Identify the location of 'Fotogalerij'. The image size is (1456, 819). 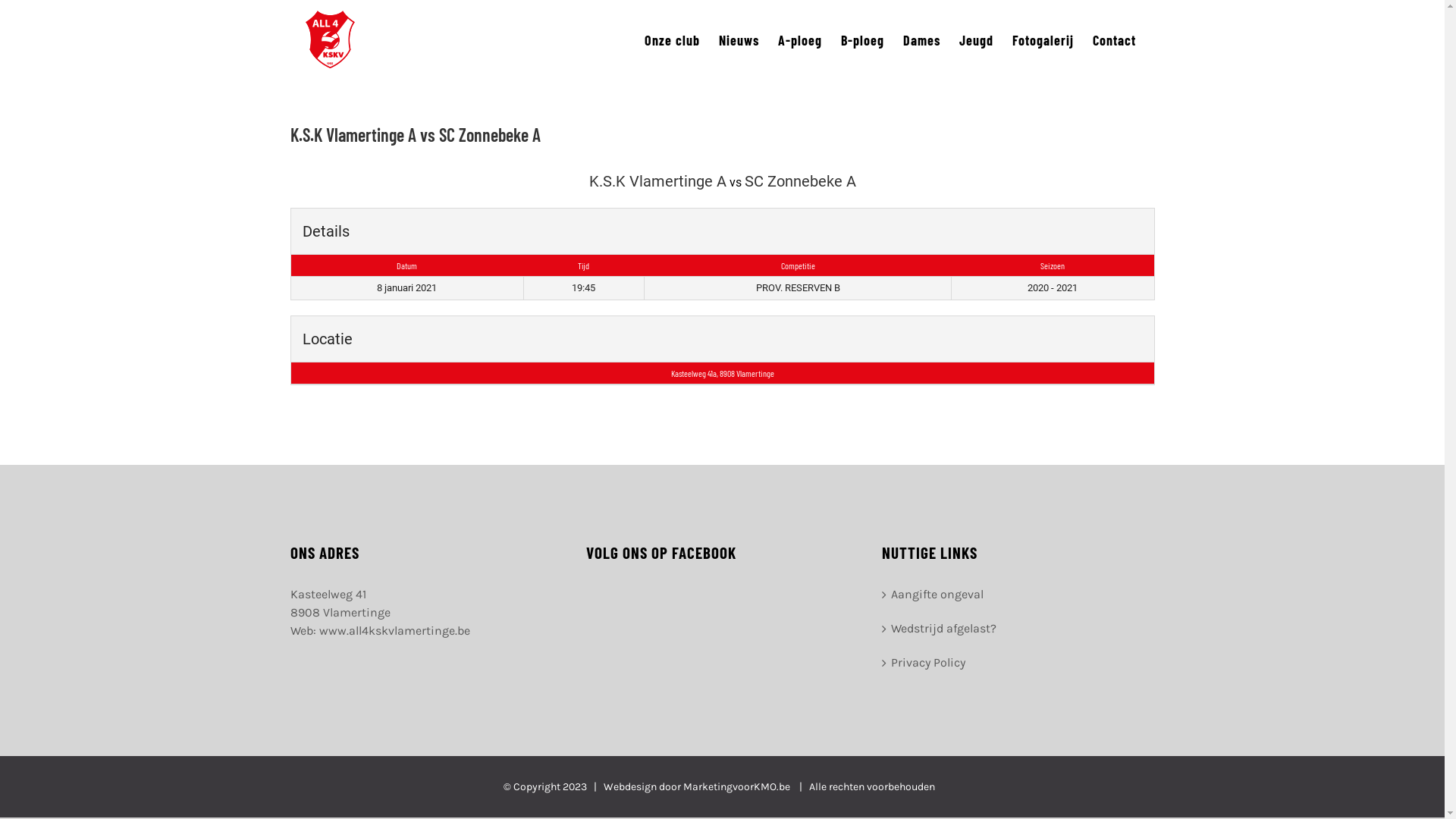
(1041, 39).